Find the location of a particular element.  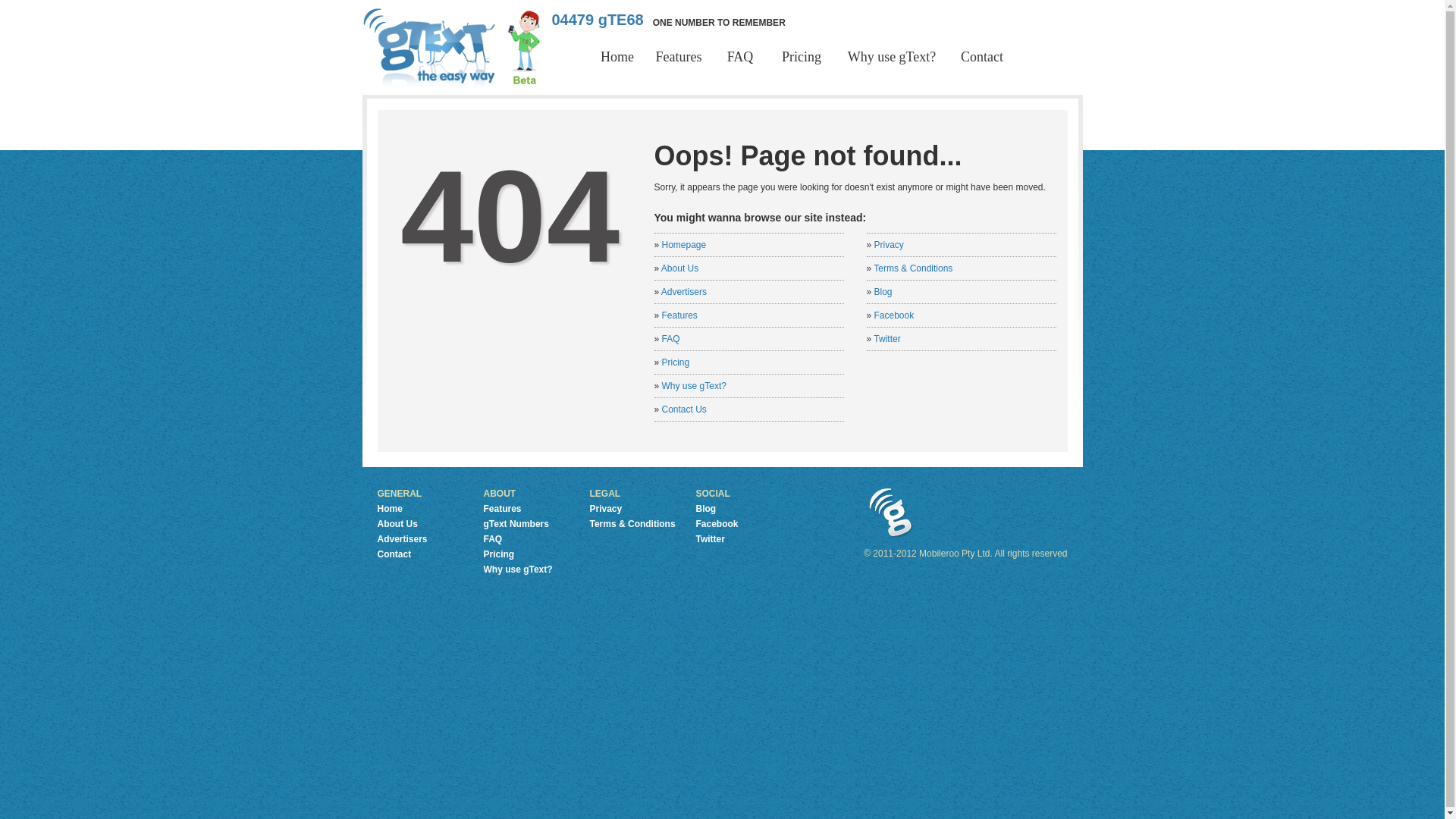

'Features' is located at coordinates (648, 55).